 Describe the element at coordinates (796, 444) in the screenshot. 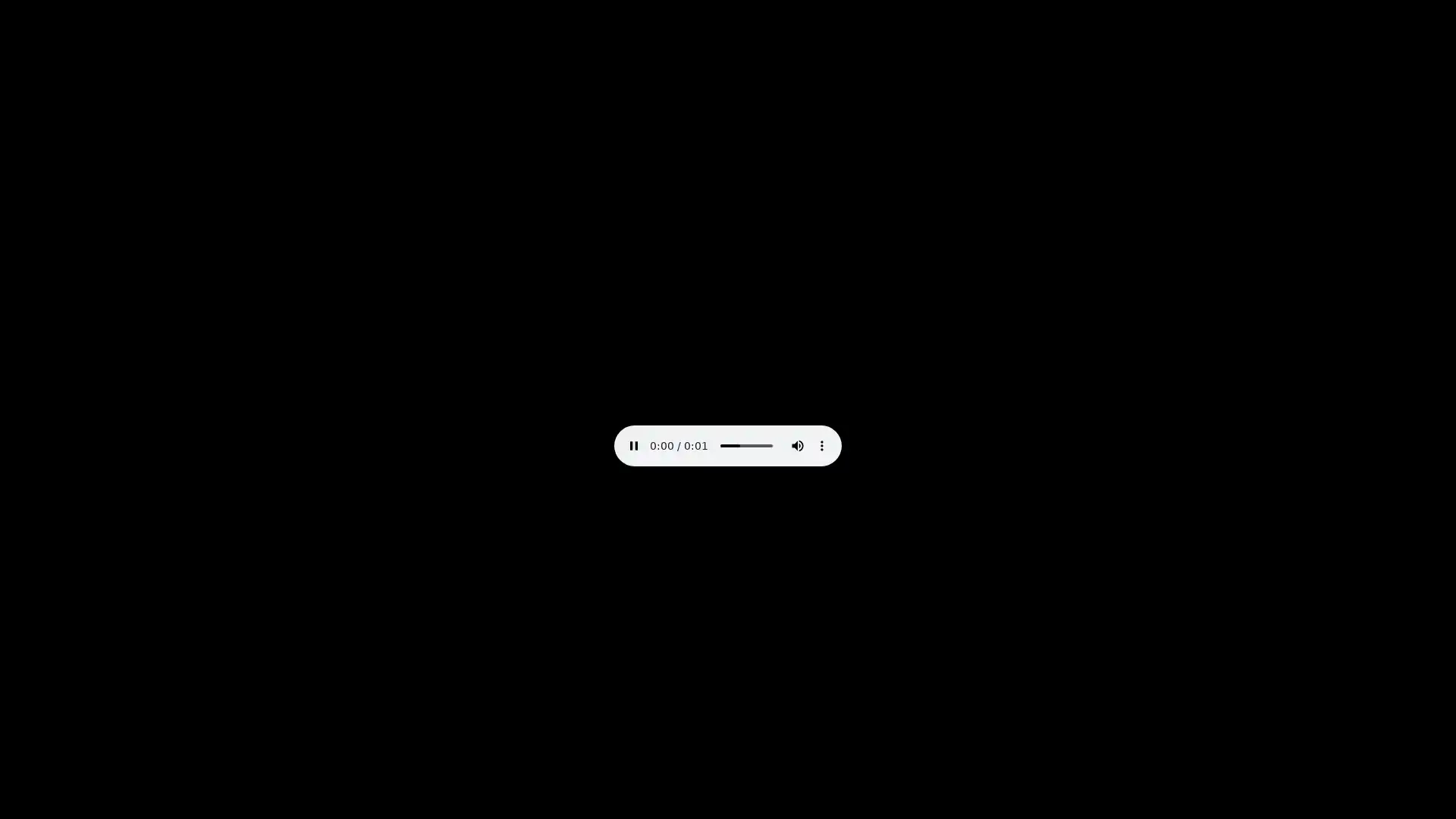

I see `mute` at that location.